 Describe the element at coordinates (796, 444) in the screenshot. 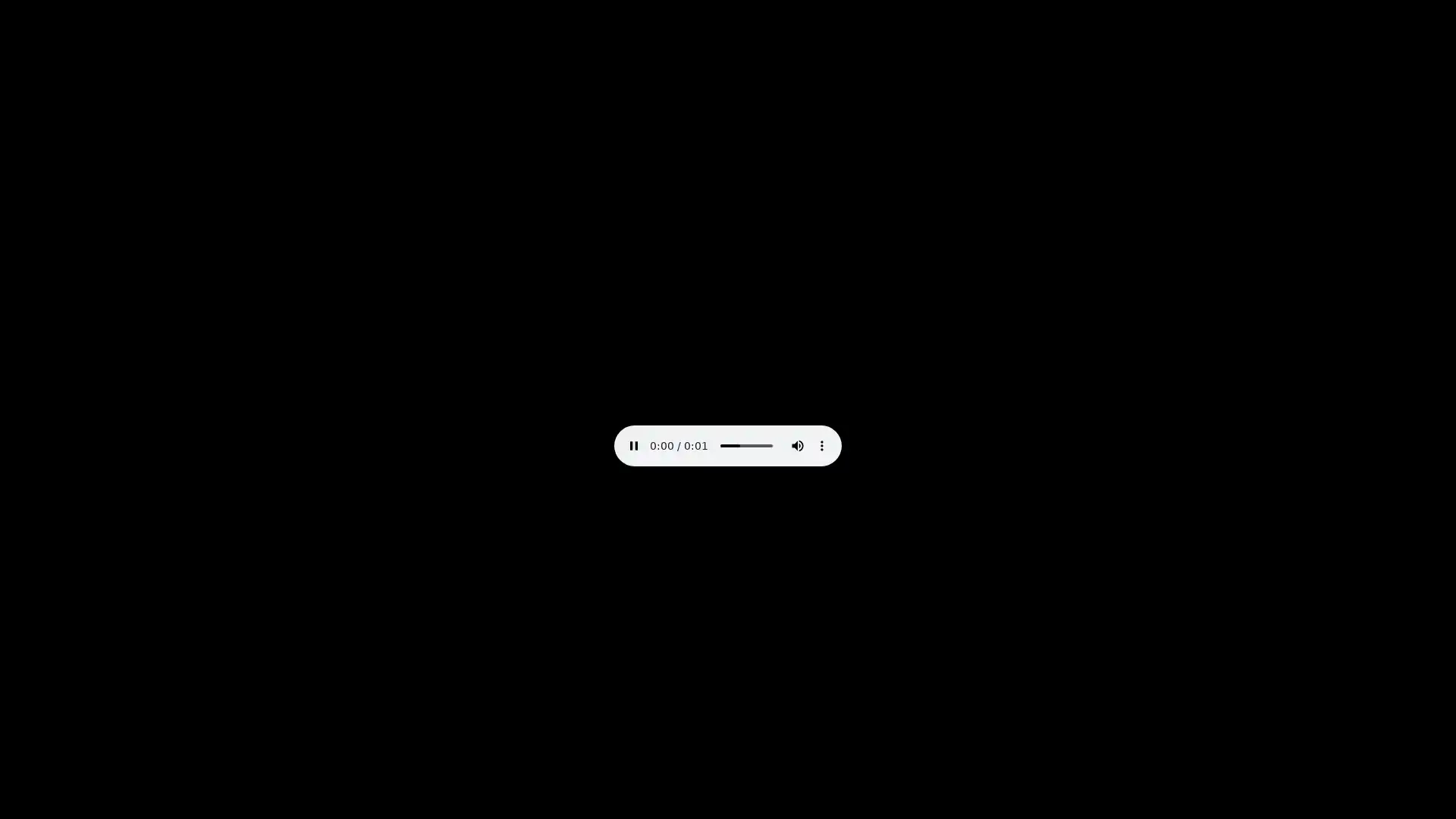

I see `mute` at that location.